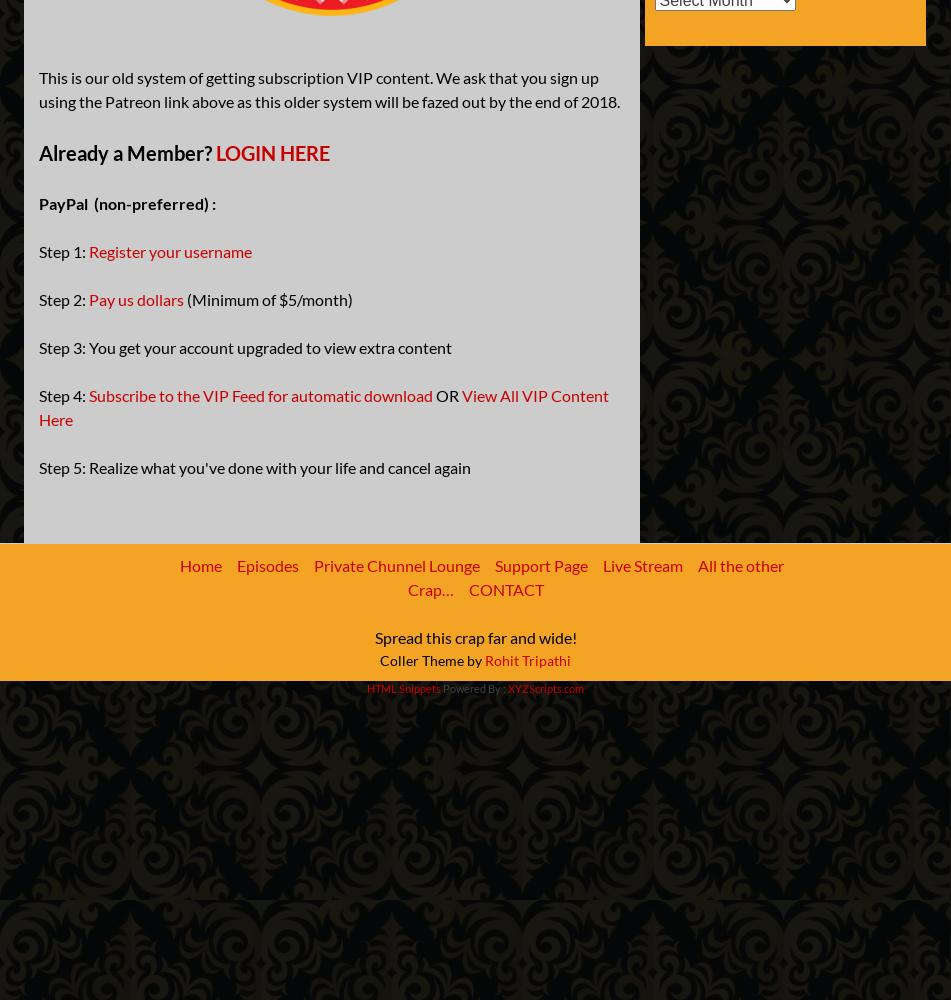  I want to click on 'Live Stream', so click(602, 564).